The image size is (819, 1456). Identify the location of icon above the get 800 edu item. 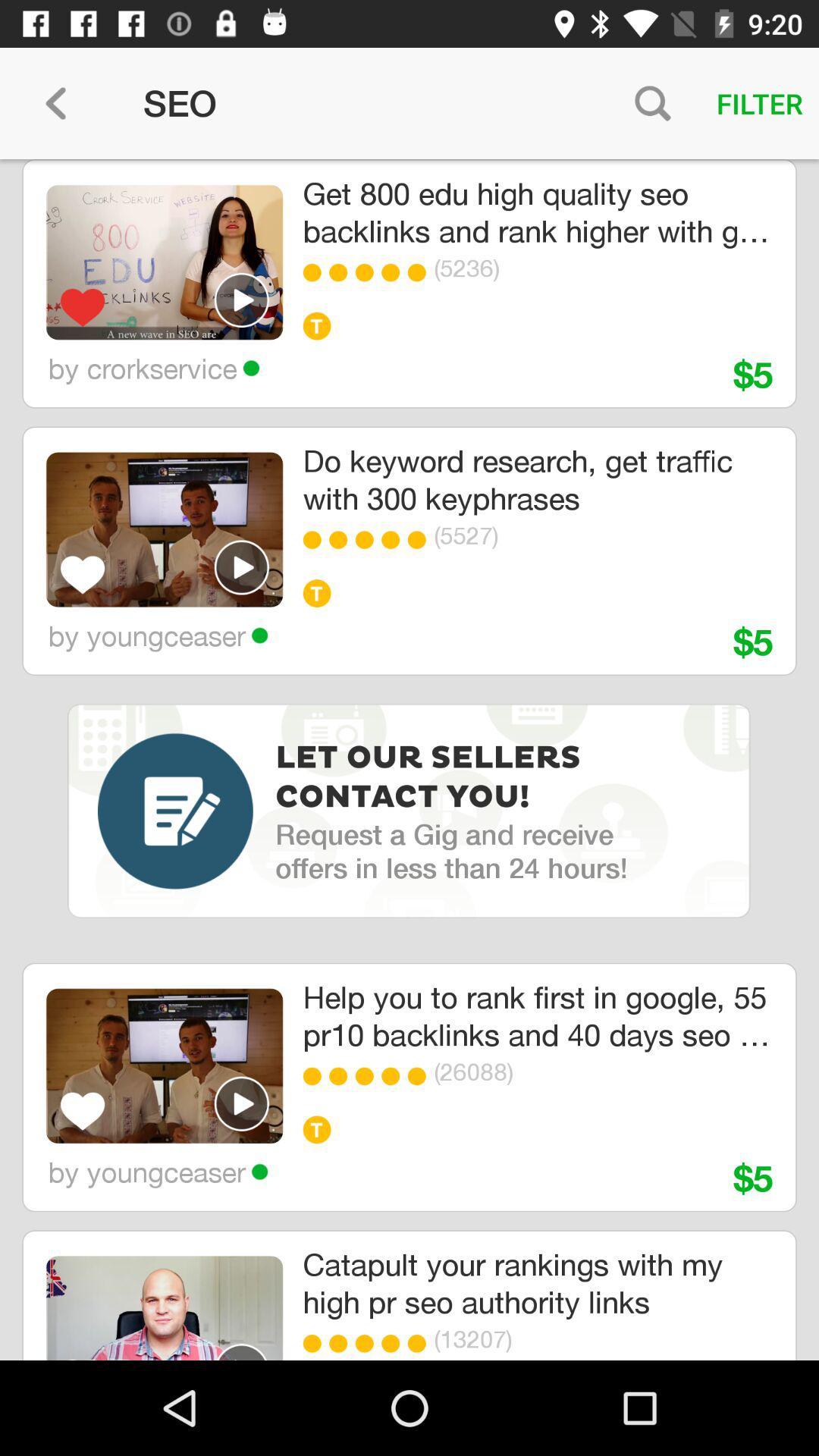
(651, 102).